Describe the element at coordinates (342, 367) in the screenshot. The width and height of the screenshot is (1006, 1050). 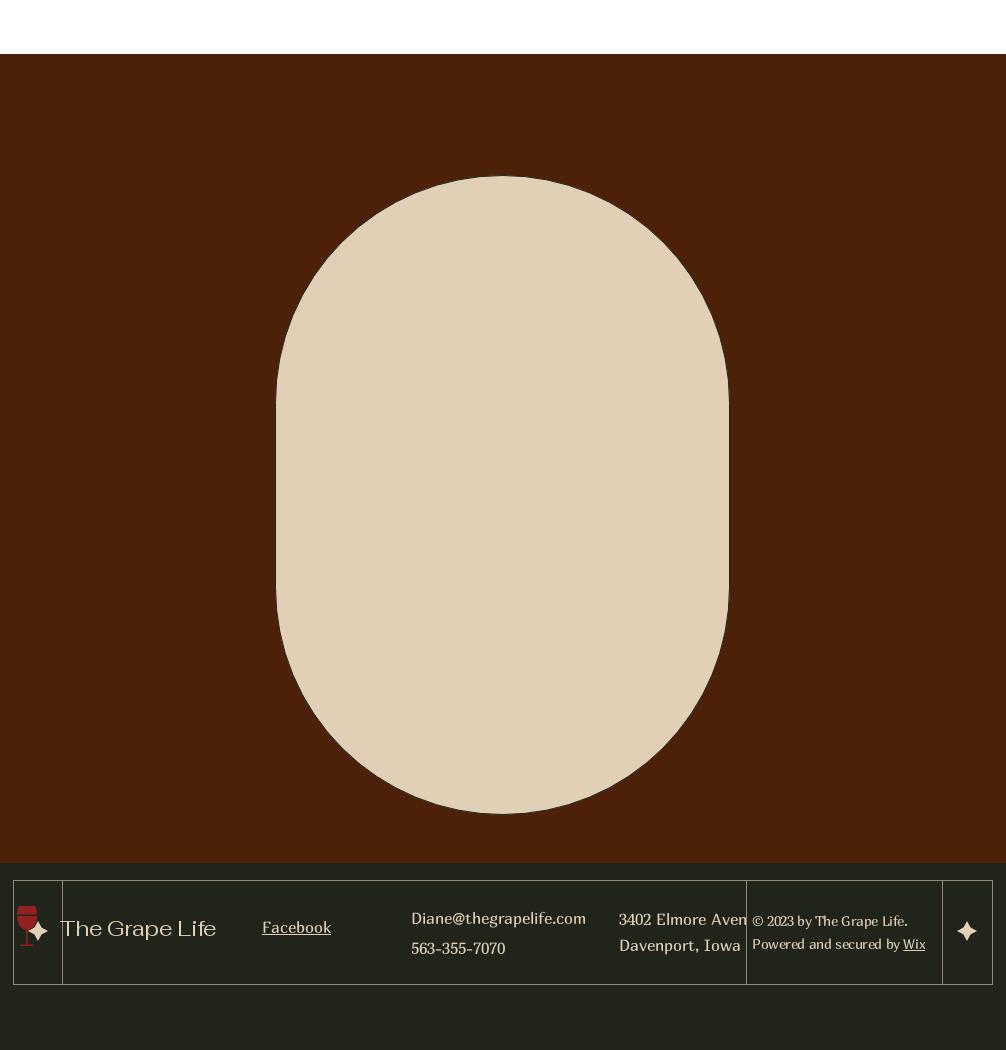
I see `'WE ARE OPEN.'` at that location.